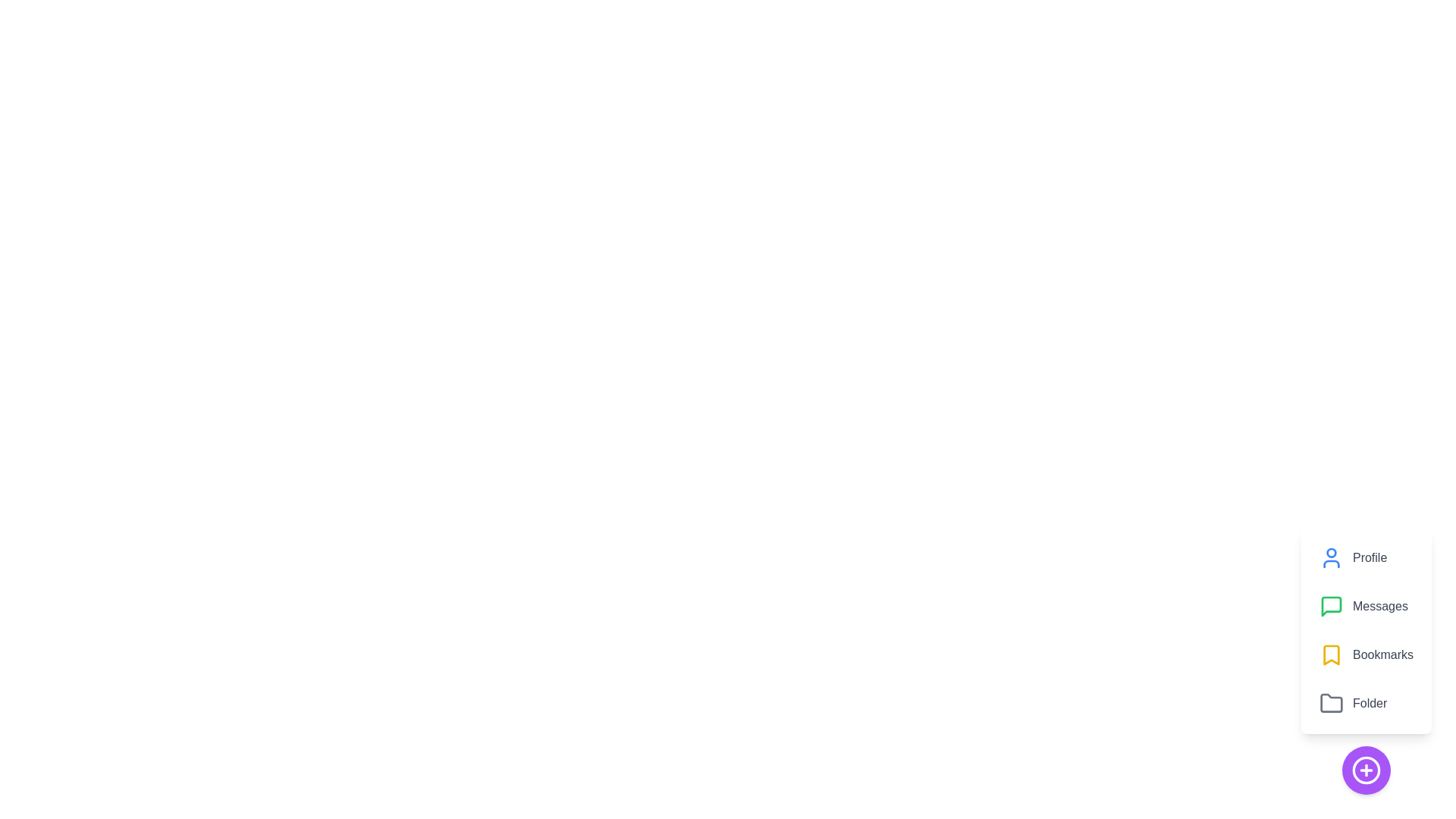  I want to click on the 'Folder' button in the speed dial menu, so click(1366, 704).